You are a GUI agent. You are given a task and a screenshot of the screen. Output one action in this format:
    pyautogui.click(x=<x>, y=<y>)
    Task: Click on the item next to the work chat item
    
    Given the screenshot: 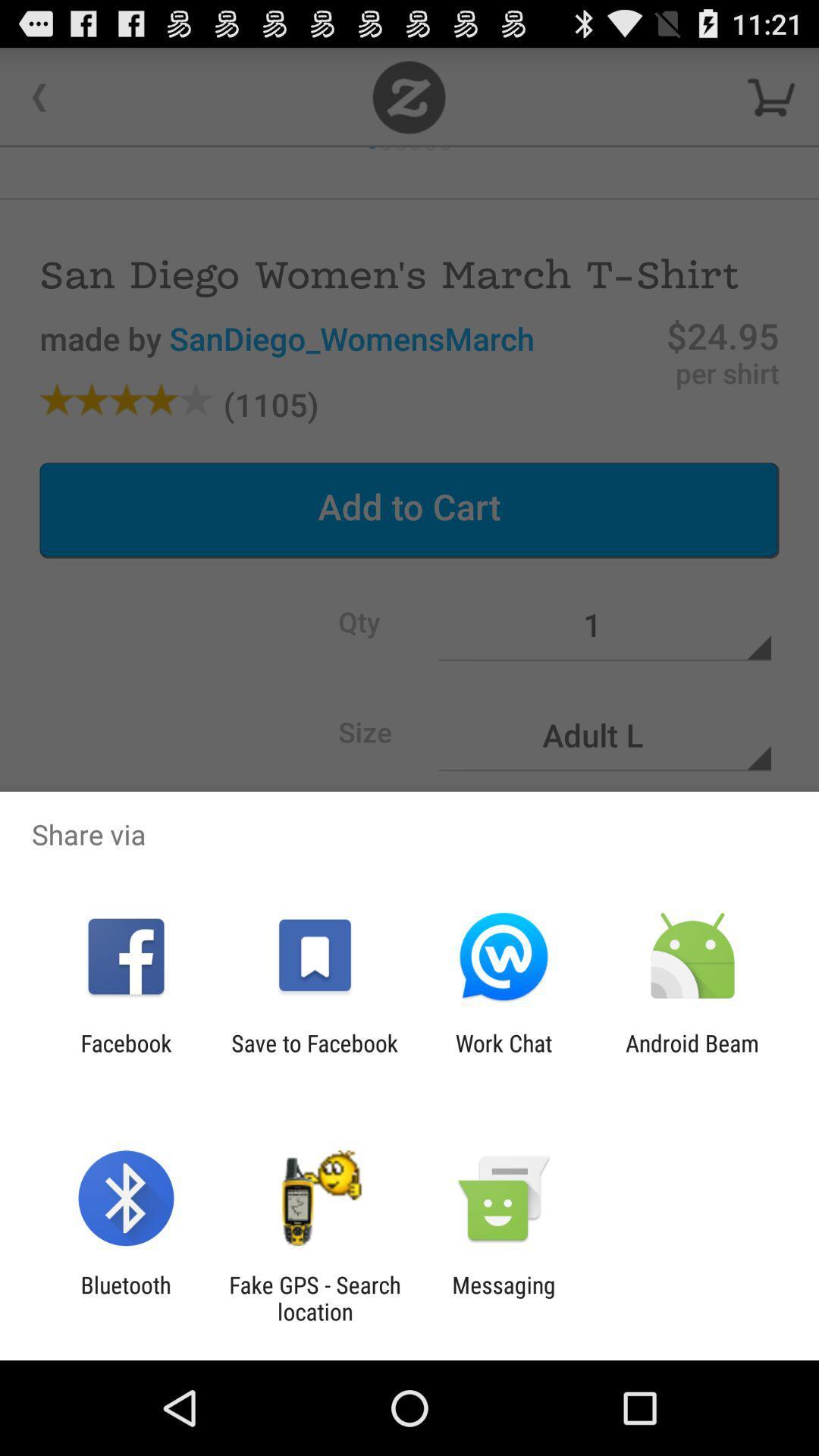 What is the action you would take?
    pyautogui.click(x=692, y=1056)
    